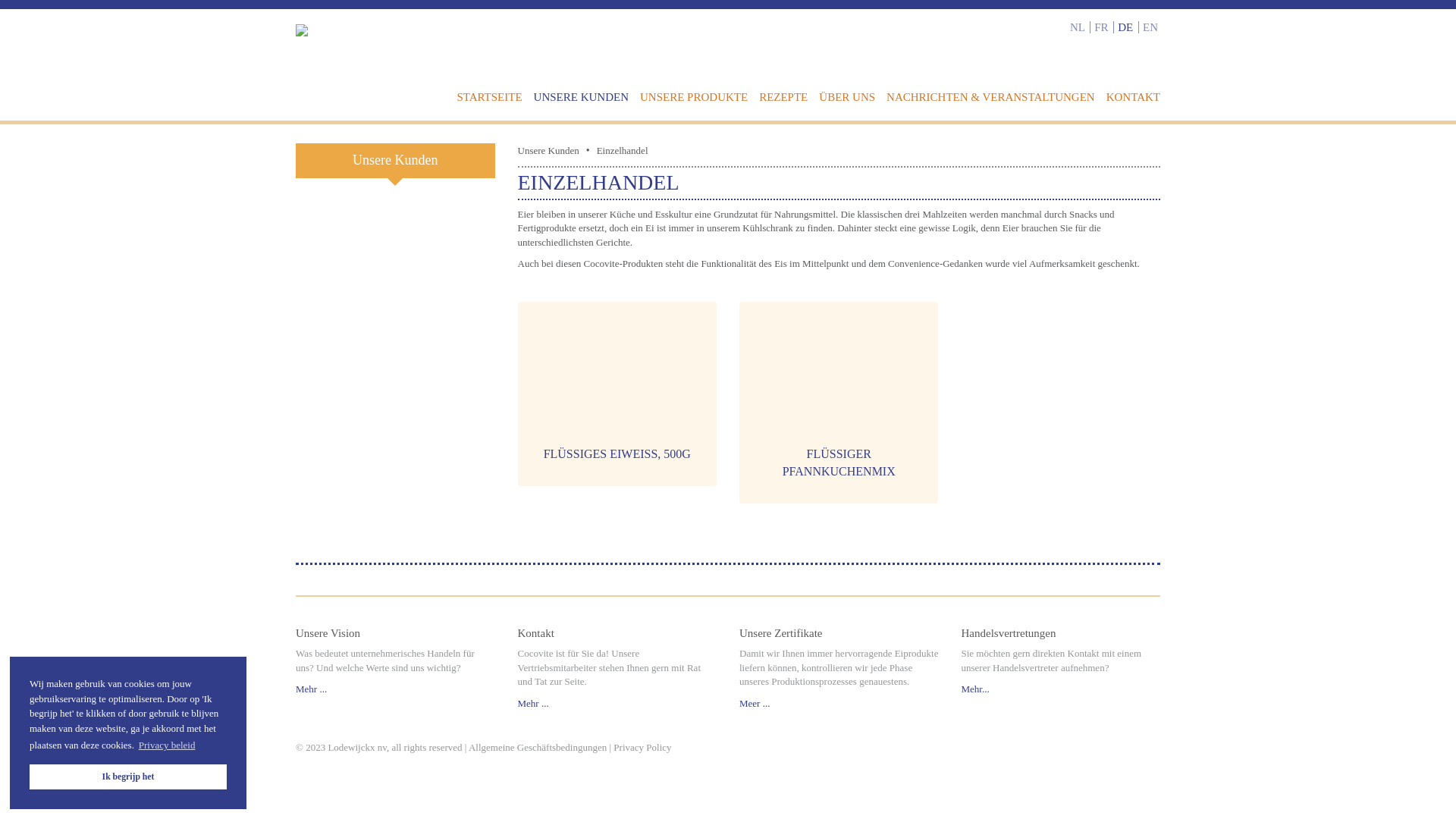 The image size is (1456, 819). Describe the element at coordinates (167, 744) in the screenshot. I see `'Privacy beleid'` at that location.